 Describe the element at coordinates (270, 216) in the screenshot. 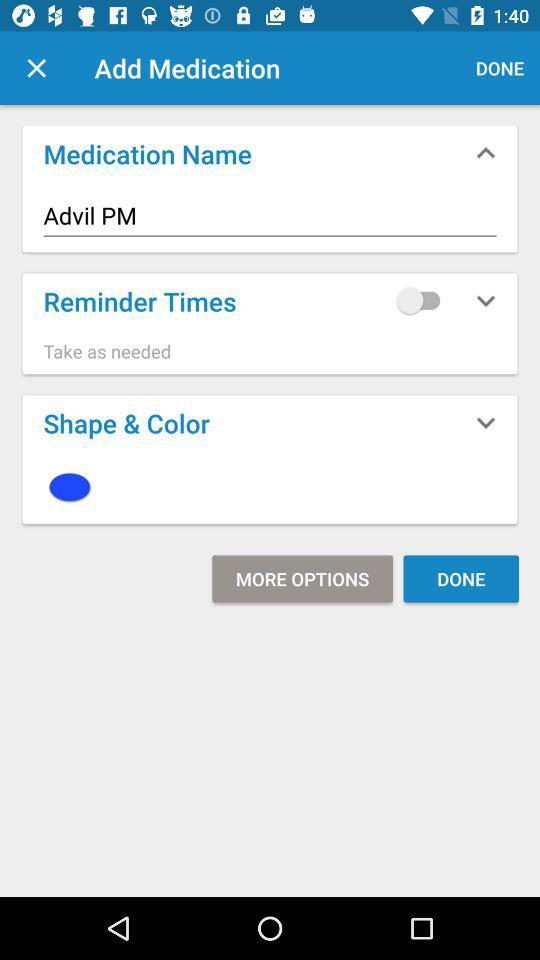

I see `advil pm icon` at that location.